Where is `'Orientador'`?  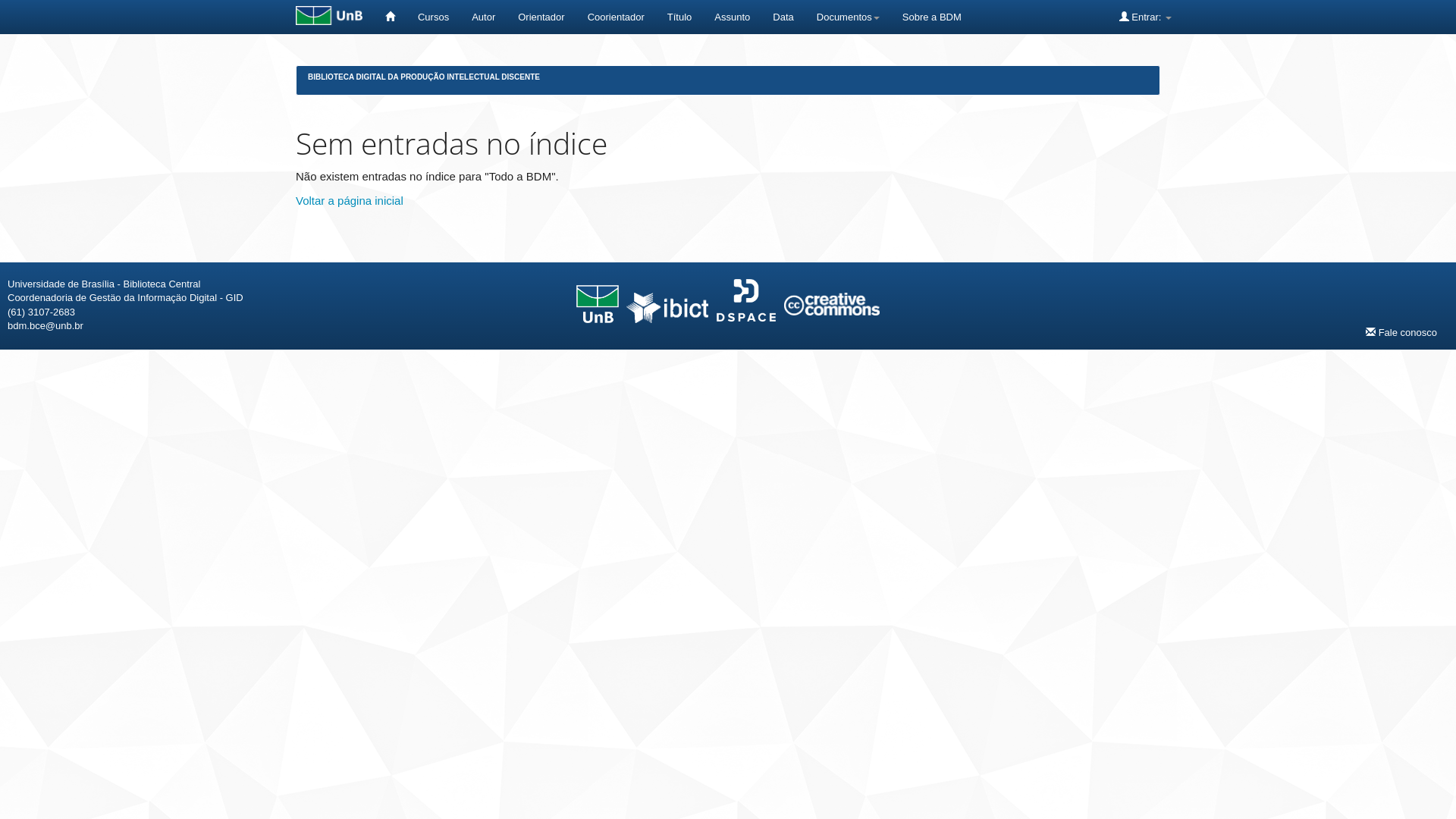
'Orientador' is located at coordinates (541, 17).